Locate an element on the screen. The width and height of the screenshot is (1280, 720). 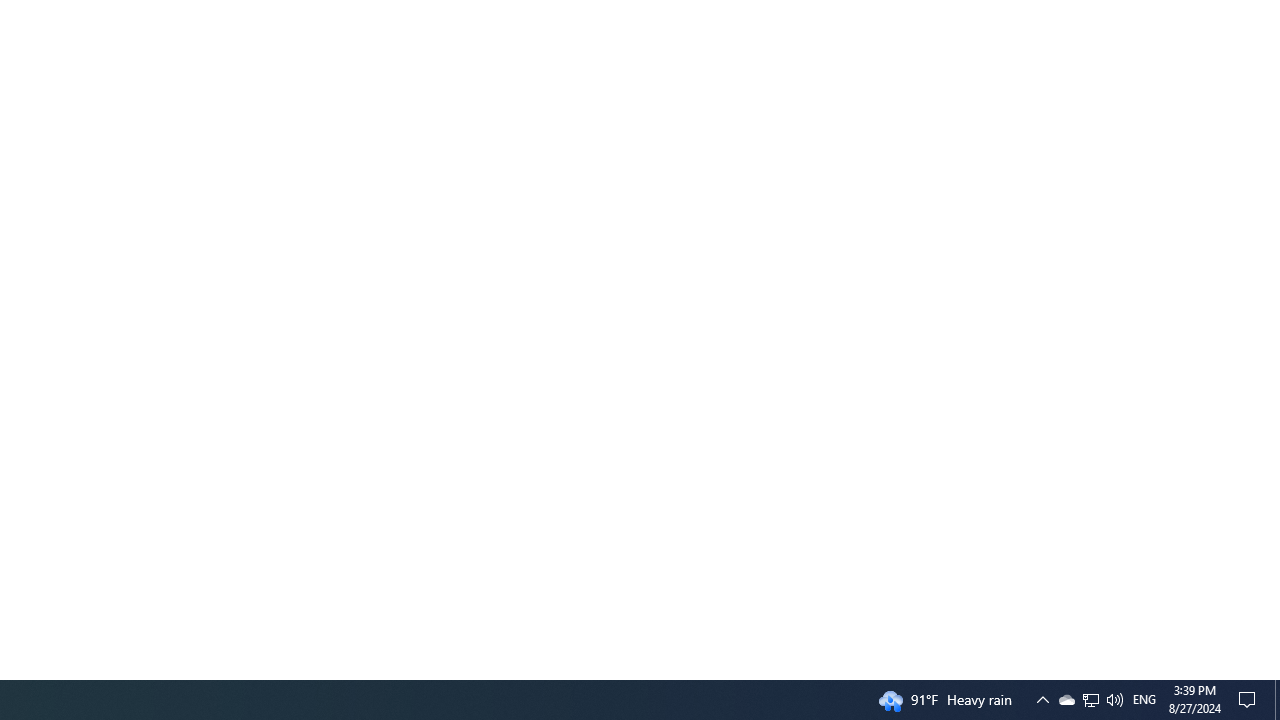
'User Promoted Notification Area' is located at coordinates (1090, 698).